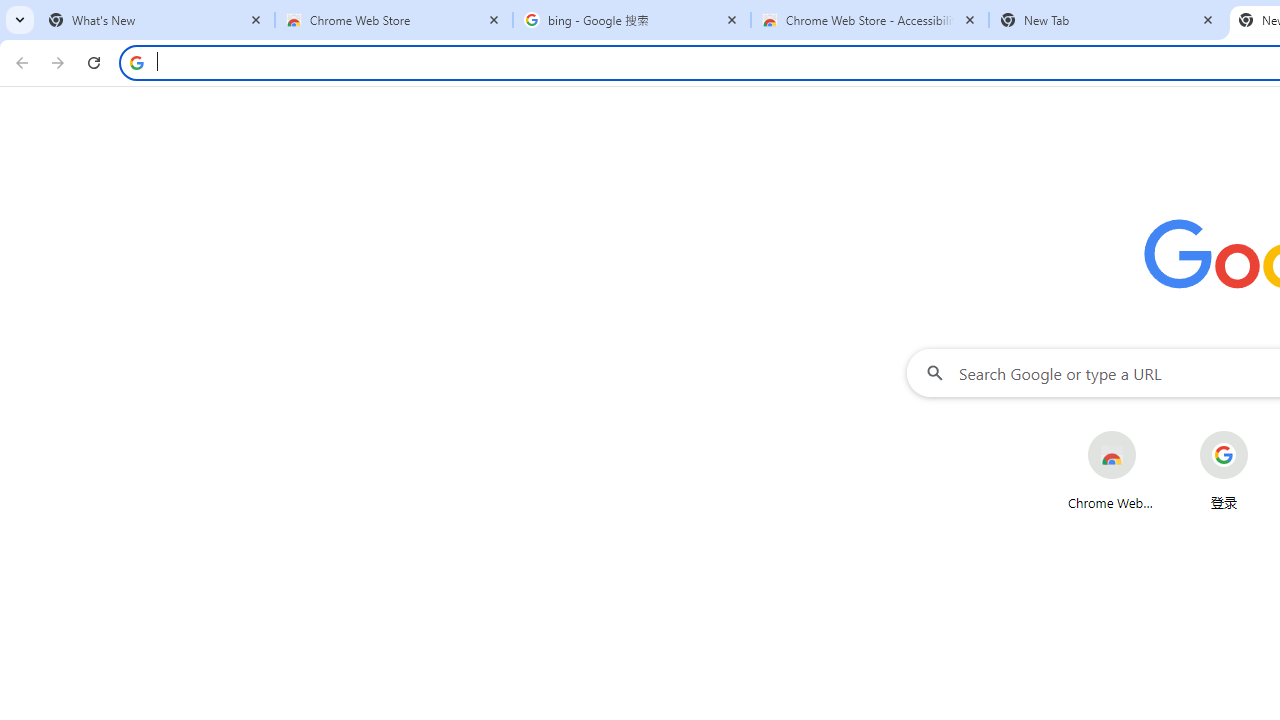 The height and width of the screenshot is (720, 1280). I want to click on 'More actions for Chrome Web Store shortcut', so click(1152, 432).